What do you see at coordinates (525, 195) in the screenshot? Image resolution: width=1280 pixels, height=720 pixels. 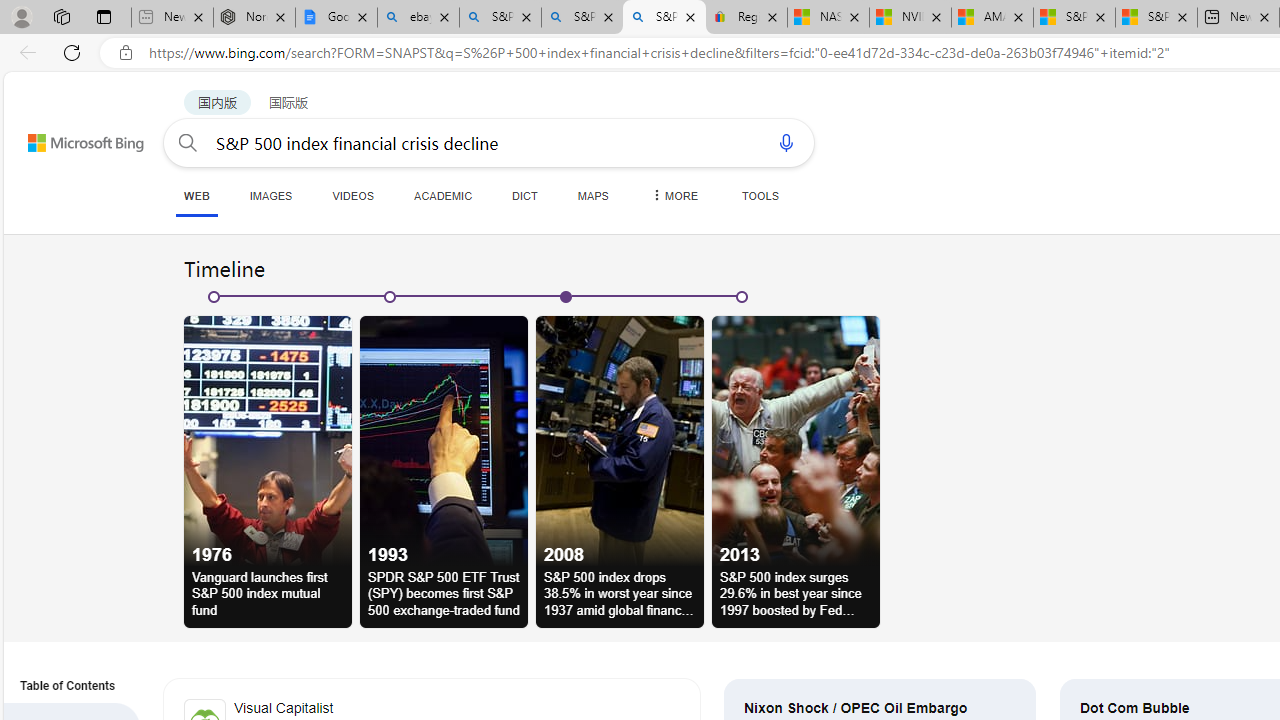 I see `'DICT'` at bounding box center [525, 195].